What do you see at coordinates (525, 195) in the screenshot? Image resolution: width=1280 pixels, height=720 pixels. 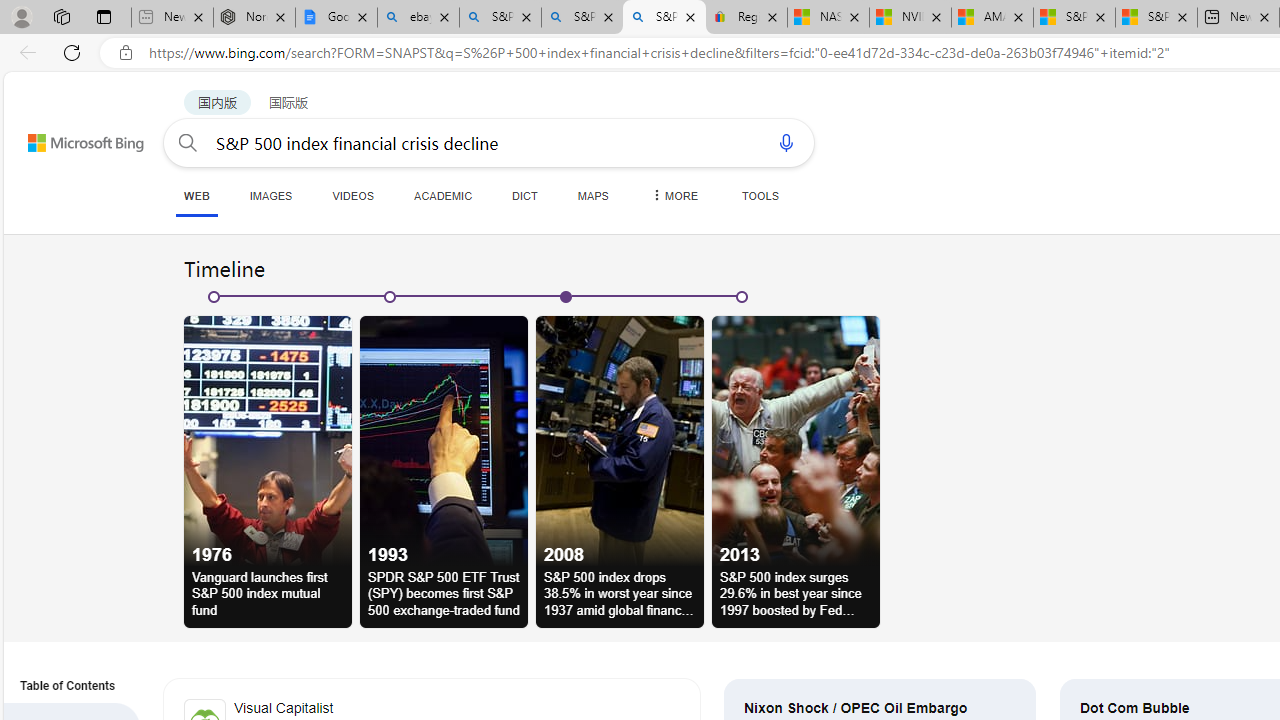 I see `'DICT'` at bounding box center [525, 195].